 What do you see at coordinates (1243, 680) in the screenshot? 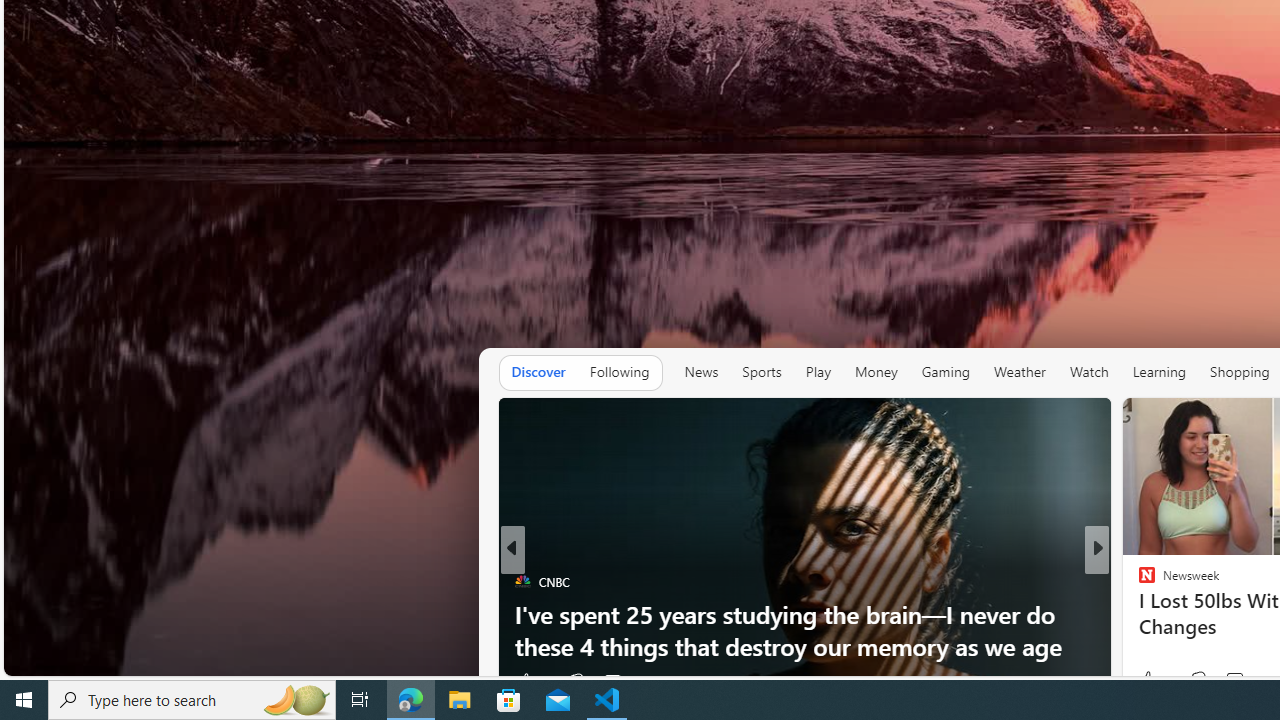
I see `'View comments 38 Comment'` at bounding box center [1243, 680].